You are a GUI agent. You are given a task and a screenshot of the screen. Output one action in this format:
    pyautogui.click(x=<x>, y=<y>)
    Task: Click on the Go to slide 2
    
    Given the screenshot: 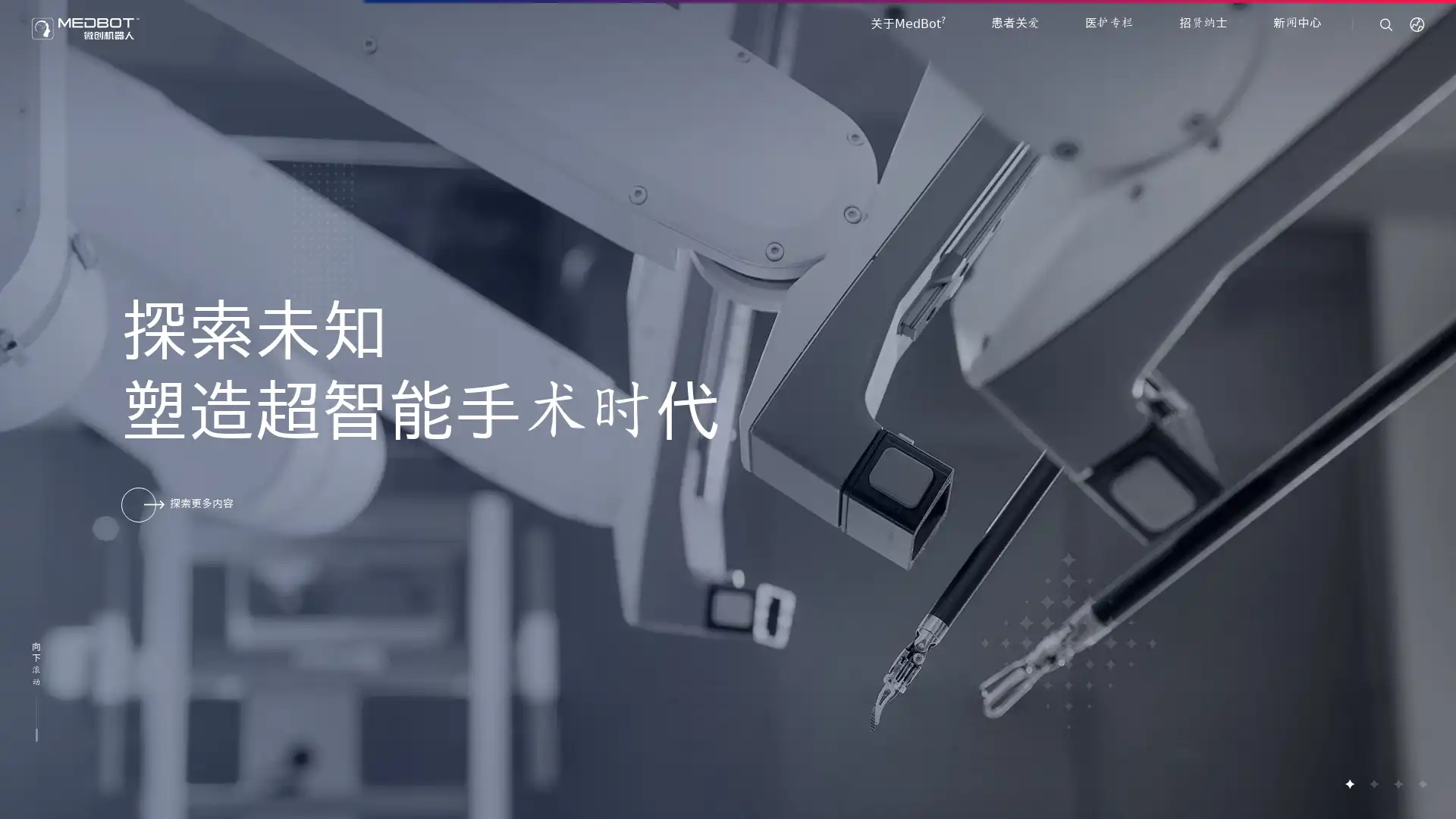 What is the action you would take?
    pyautogui.click(x=1373, y=783)
    